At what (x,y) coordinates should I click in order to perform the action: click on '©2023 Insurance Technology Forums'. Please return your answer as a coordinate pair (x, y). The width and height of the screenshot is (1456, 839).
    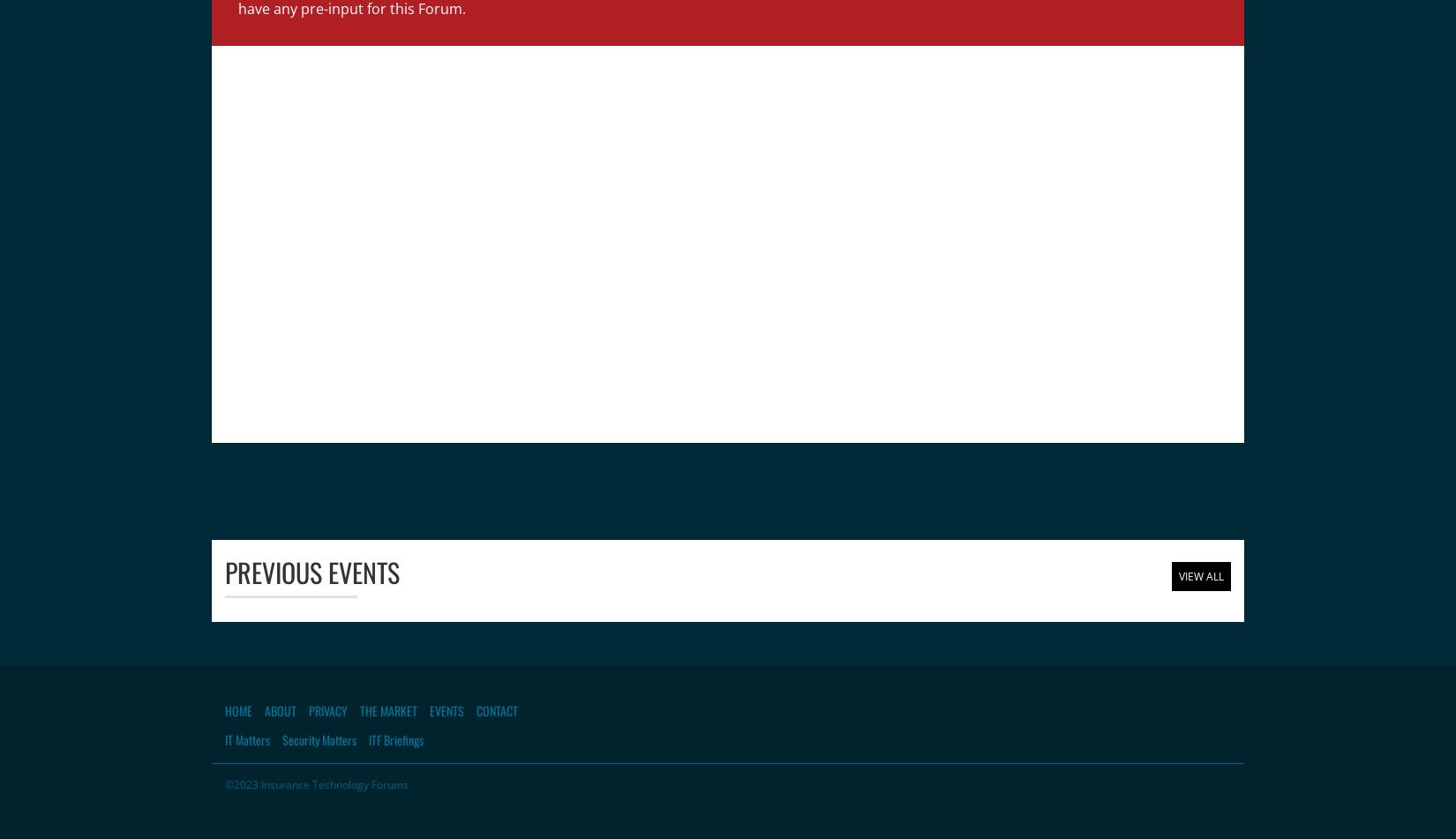
    Looking at the image, I should click on (317, 783).